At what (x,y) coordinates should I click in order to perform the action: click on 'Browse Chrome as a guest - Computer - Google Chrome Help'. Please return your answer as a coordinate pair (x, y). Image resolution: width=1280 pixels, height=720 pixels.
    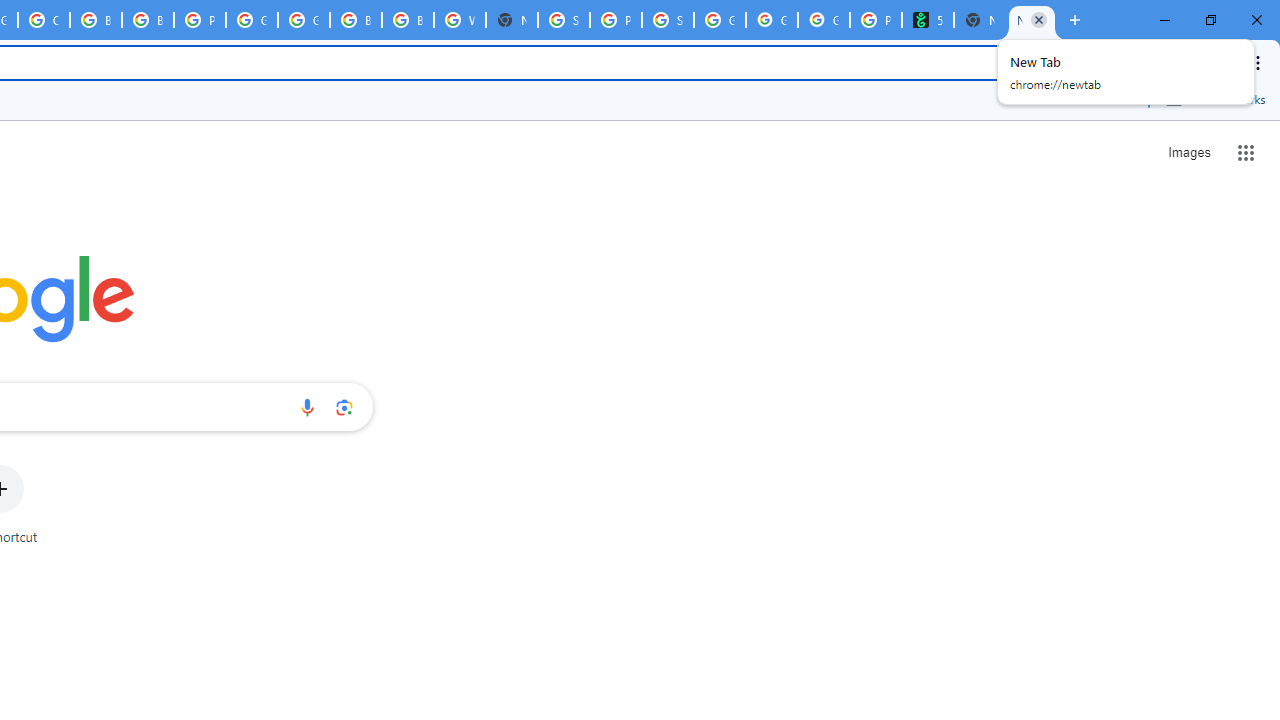
    Looking at the image, I should click on (146, 20).